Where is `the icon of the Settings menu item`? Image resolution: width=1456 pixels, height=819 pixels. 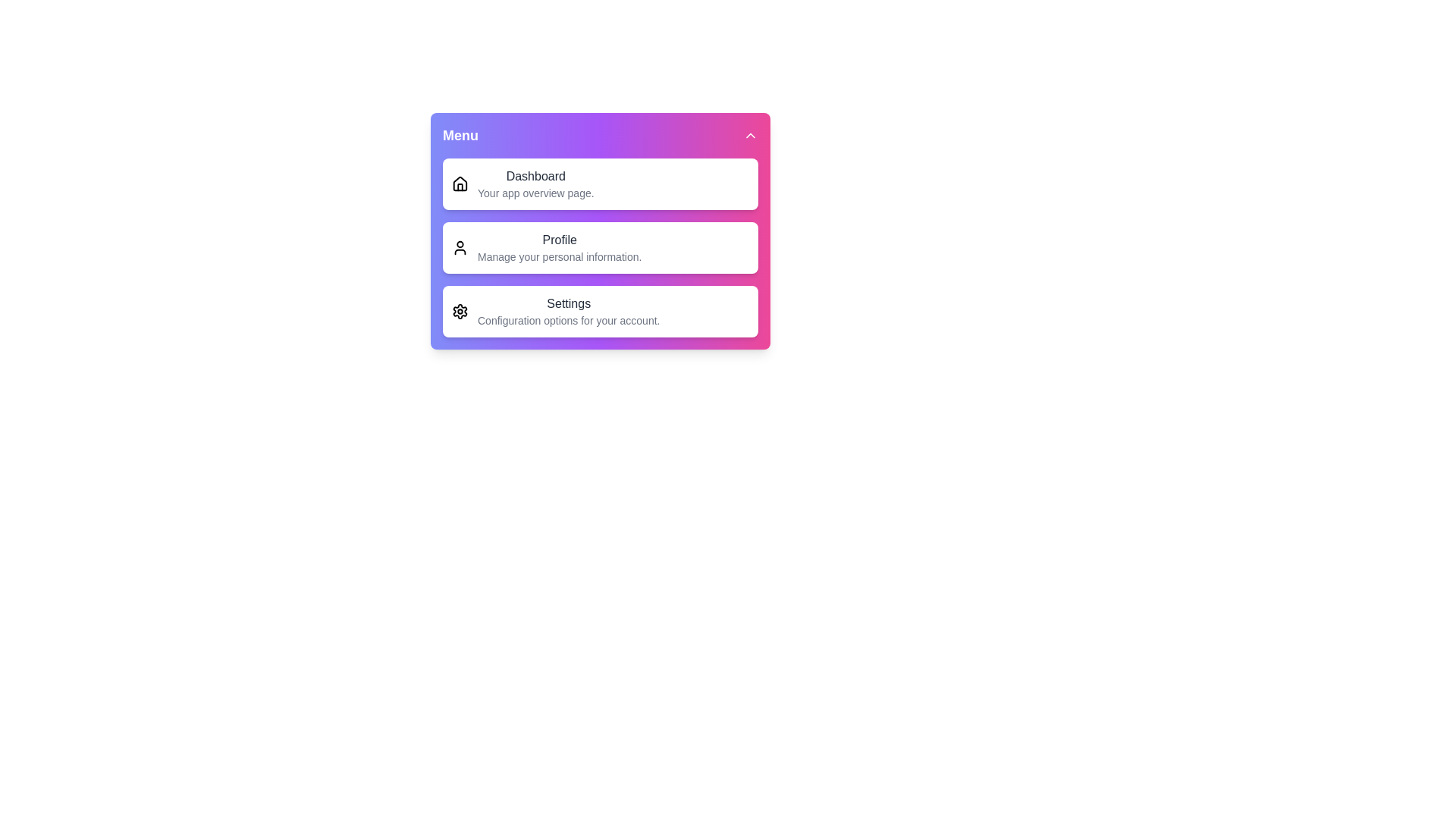
the icon of the Settings menu item is located at coordinates (459, 311).